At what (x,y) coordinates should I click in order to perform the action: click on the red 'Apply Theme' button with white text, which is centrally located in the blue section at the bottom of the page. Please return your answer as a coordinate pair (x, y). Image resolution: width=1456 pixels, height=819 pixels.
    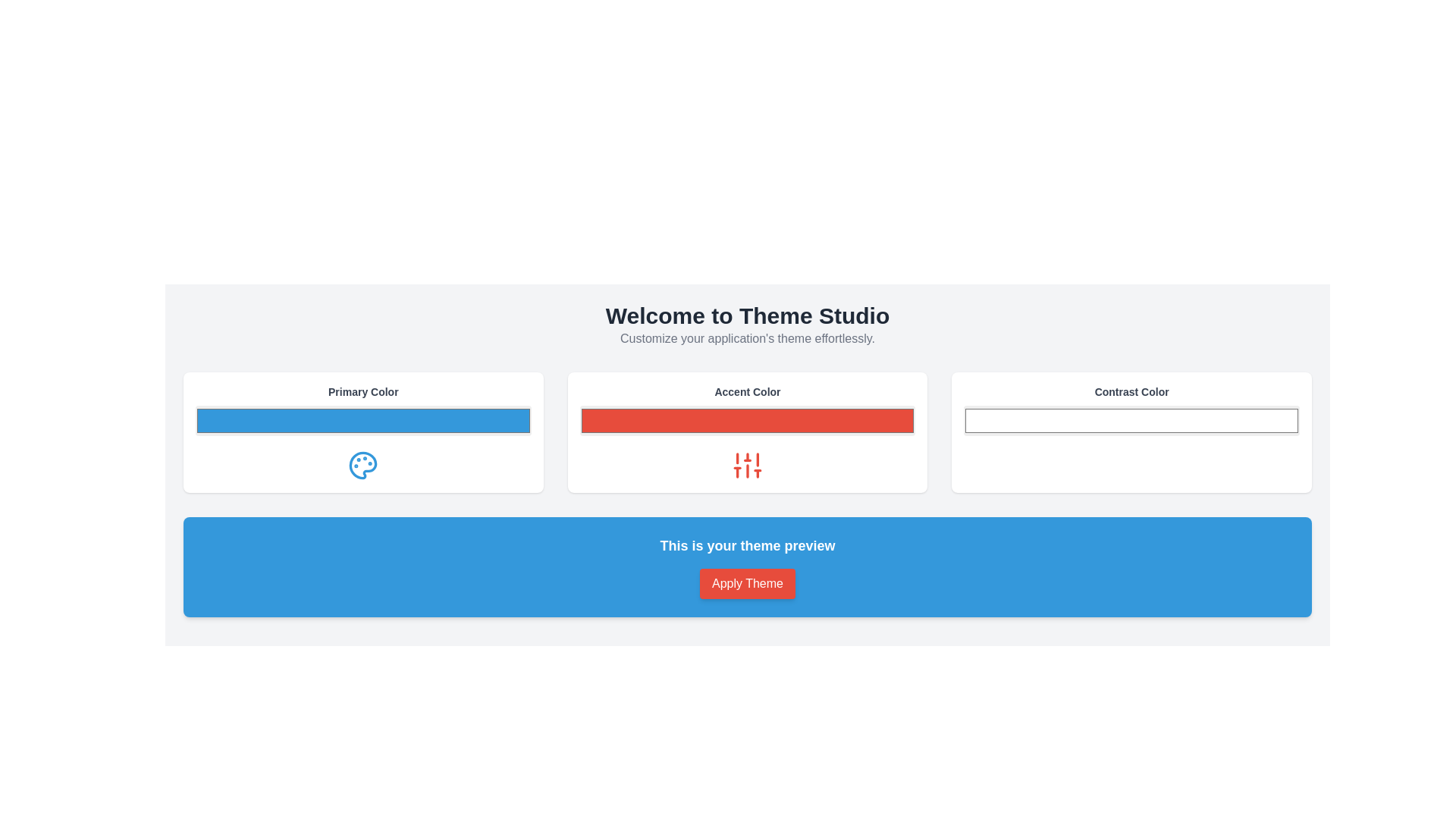
    Looking at the image, I should click on (747, 583).